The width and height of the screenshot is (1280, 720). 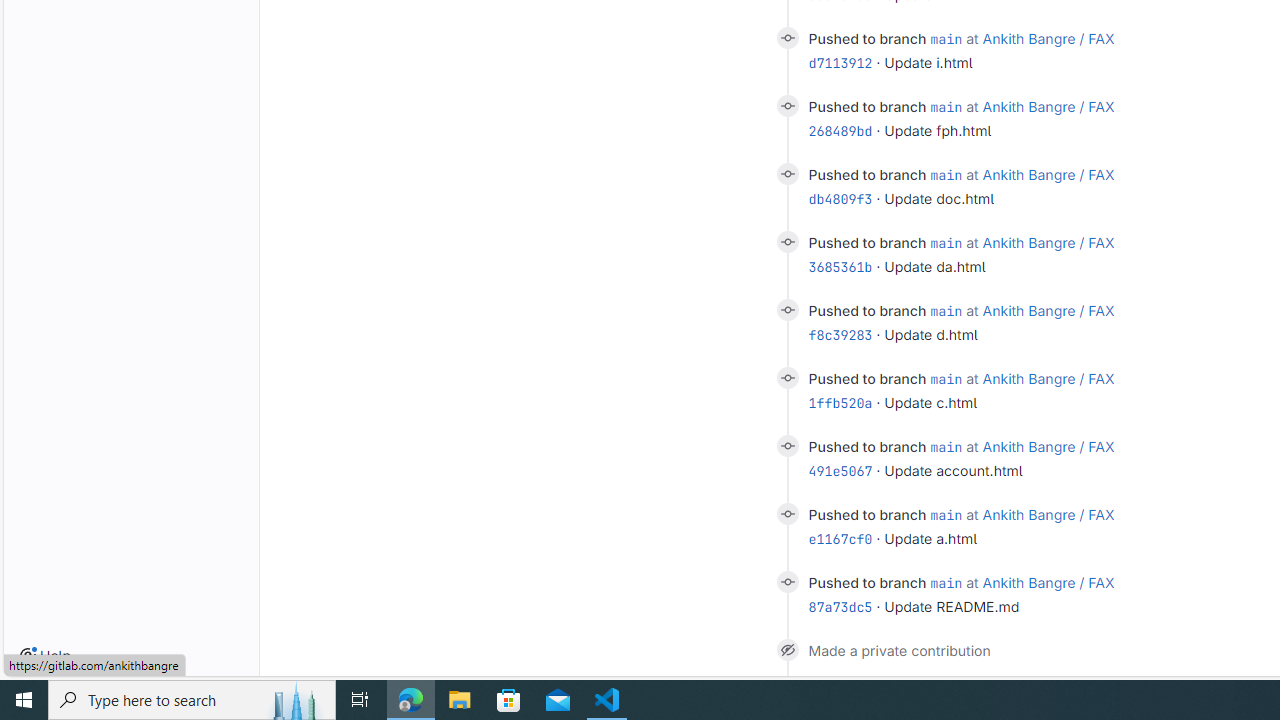 I want to click on 'Help', so click(x=45, y=655).